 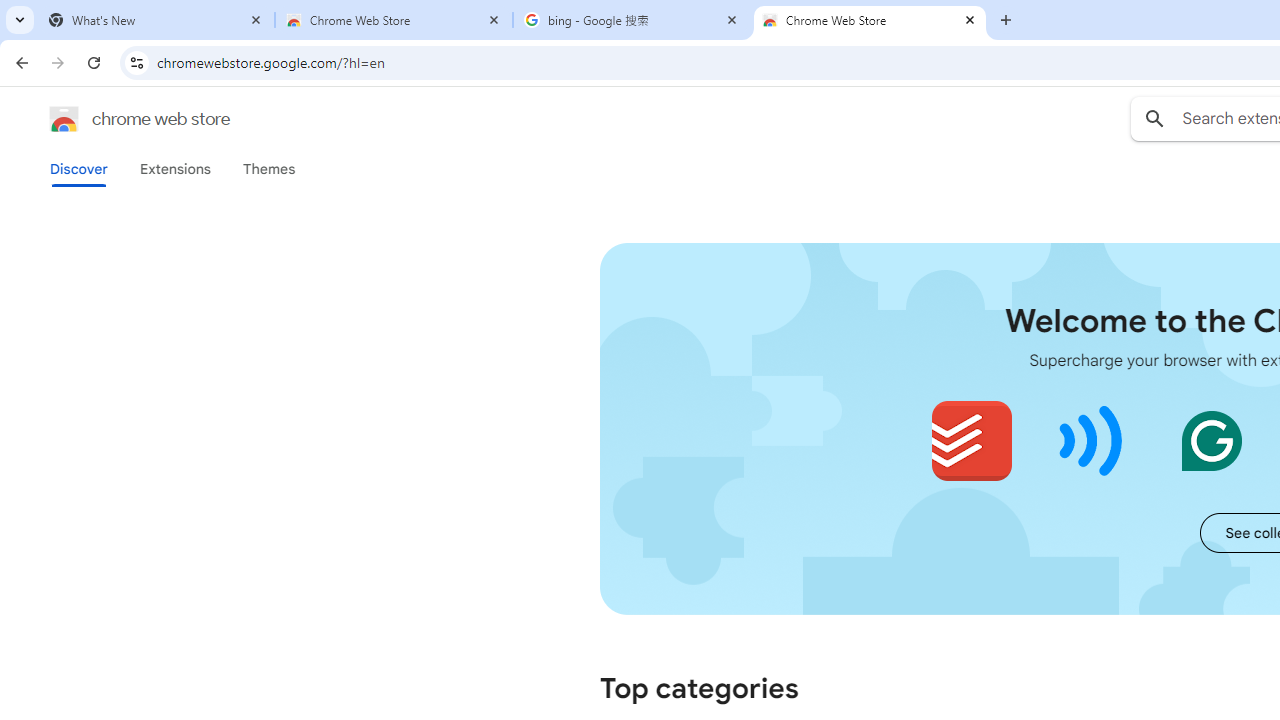 I want to click on 'Volume Master', so click(x=1090, y=440).